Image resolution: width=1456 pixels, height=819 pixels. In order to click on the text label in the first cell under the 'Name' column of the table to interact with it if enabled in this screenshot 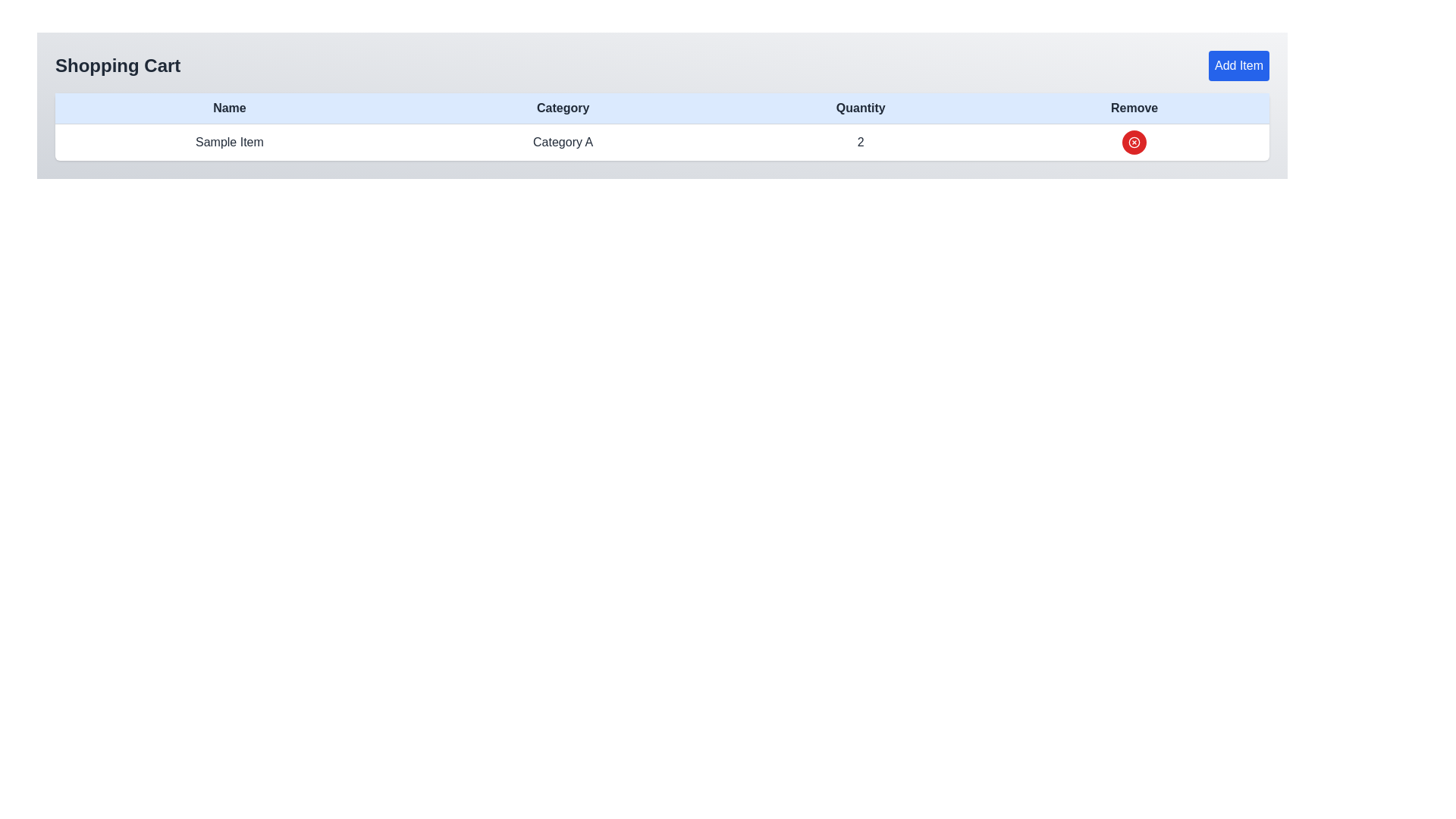, I will do `click(228, 142)`.